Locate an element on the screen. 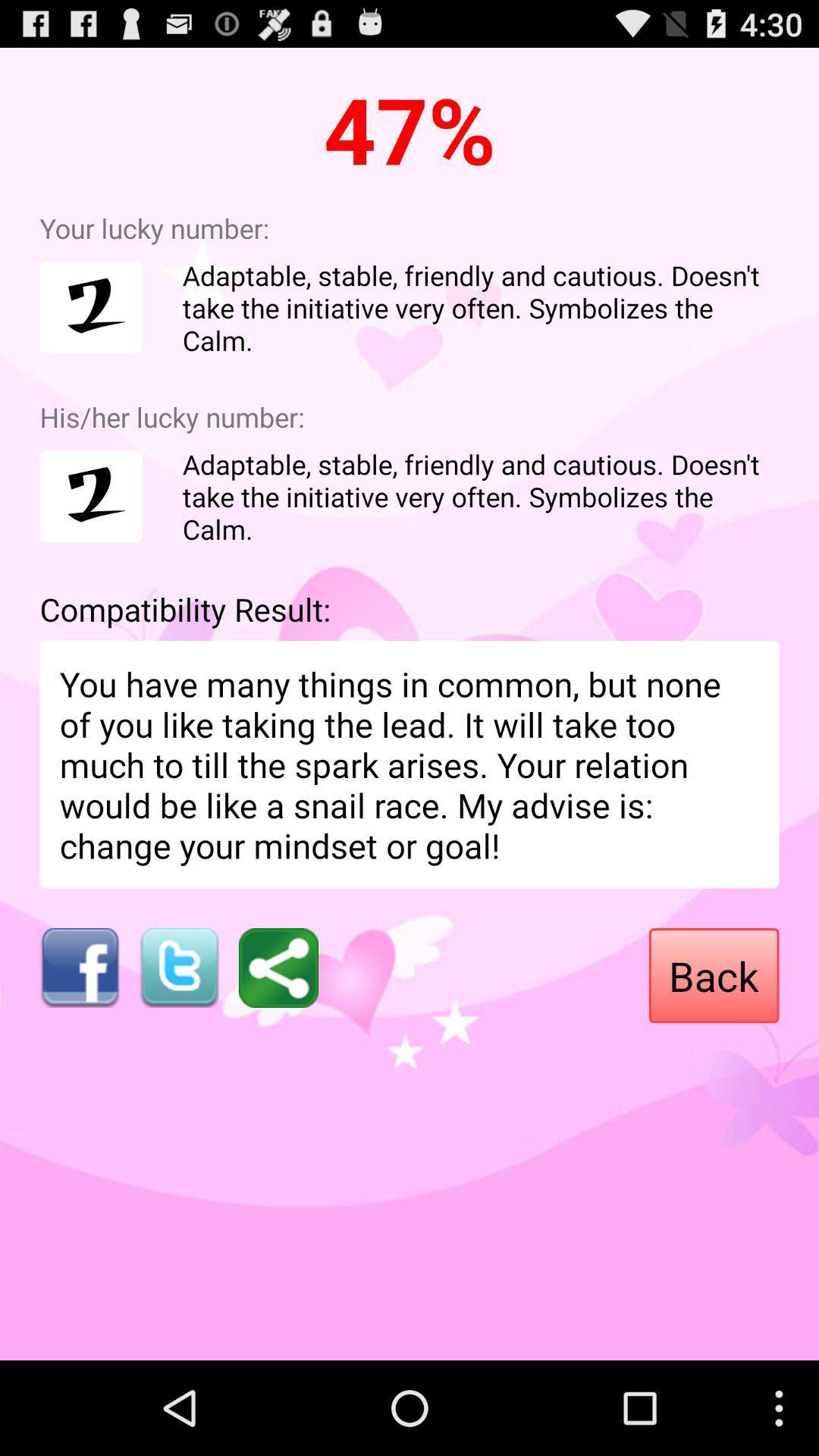  share the results is located at coordinates (278, 967).